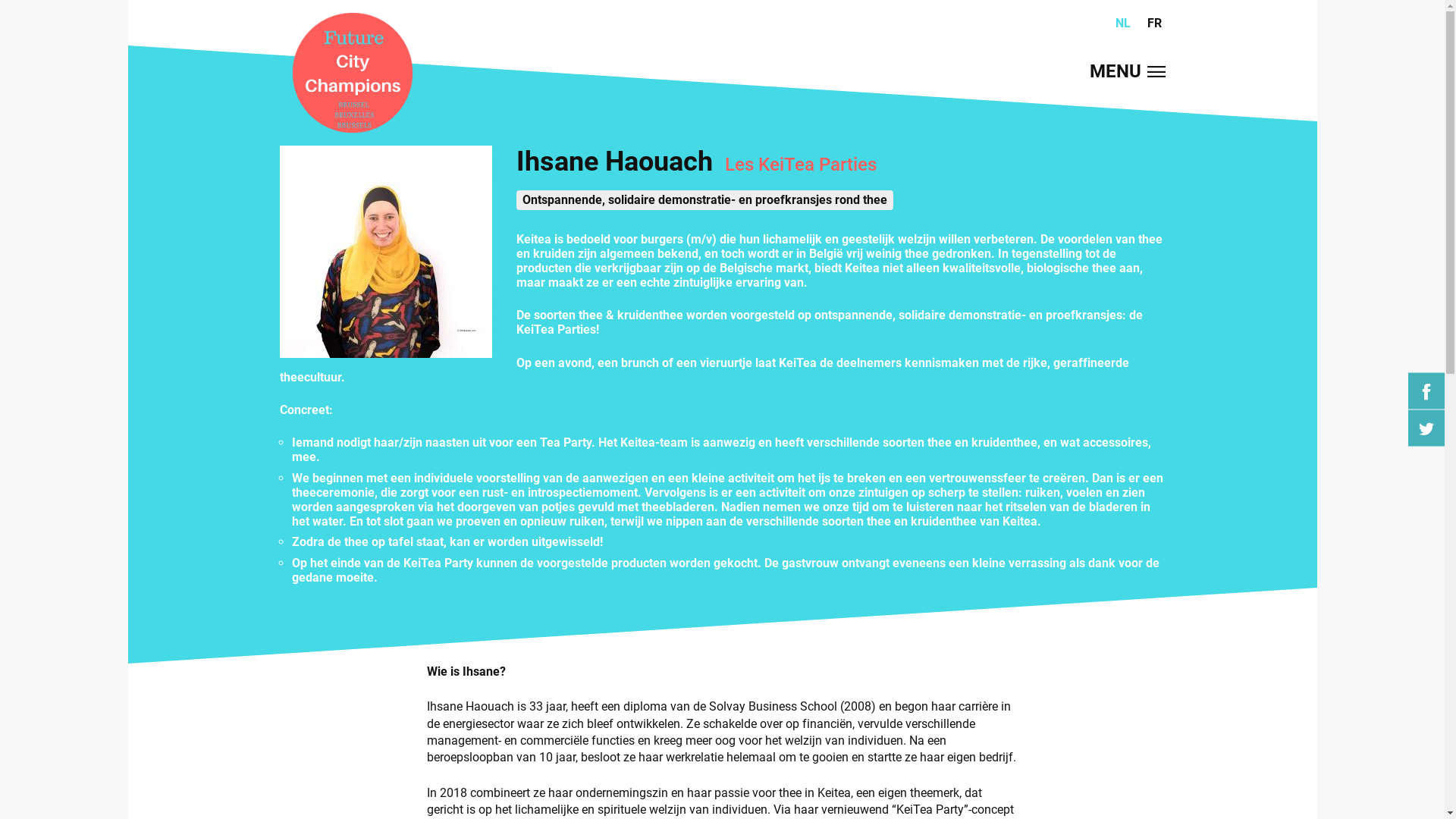 This screenshot has width=1456, height=819. Describe the element at coordinates (1426, 427) in the screenshot. I see `'twitter'` at that location.